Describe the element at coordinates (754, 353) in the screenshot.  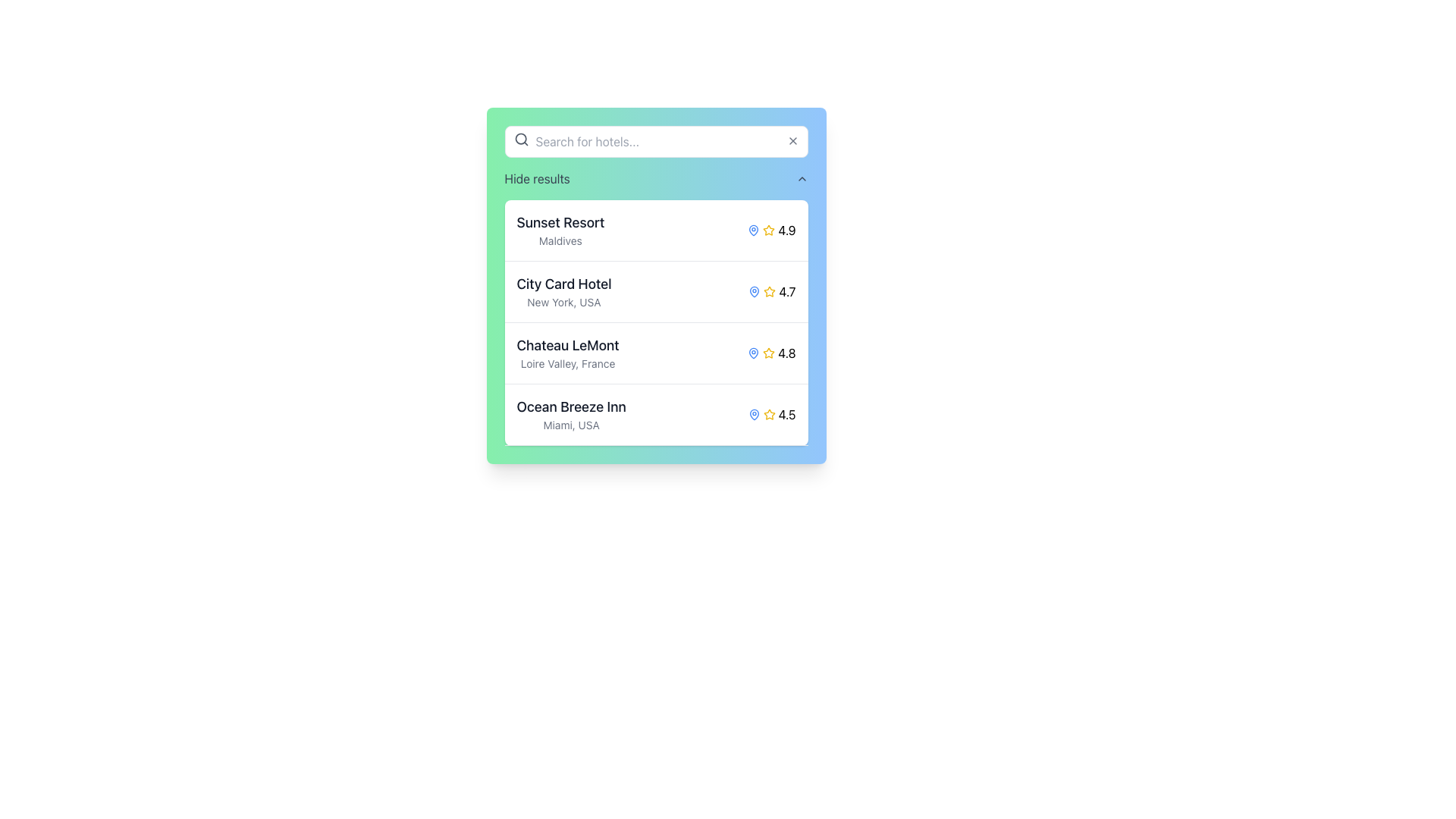
I see `the pin icon representing the location 'Chateau LeMont, Loire Valley, France', which features a blue outline and is positioned to the left of the rating score '4.8'` at that location.